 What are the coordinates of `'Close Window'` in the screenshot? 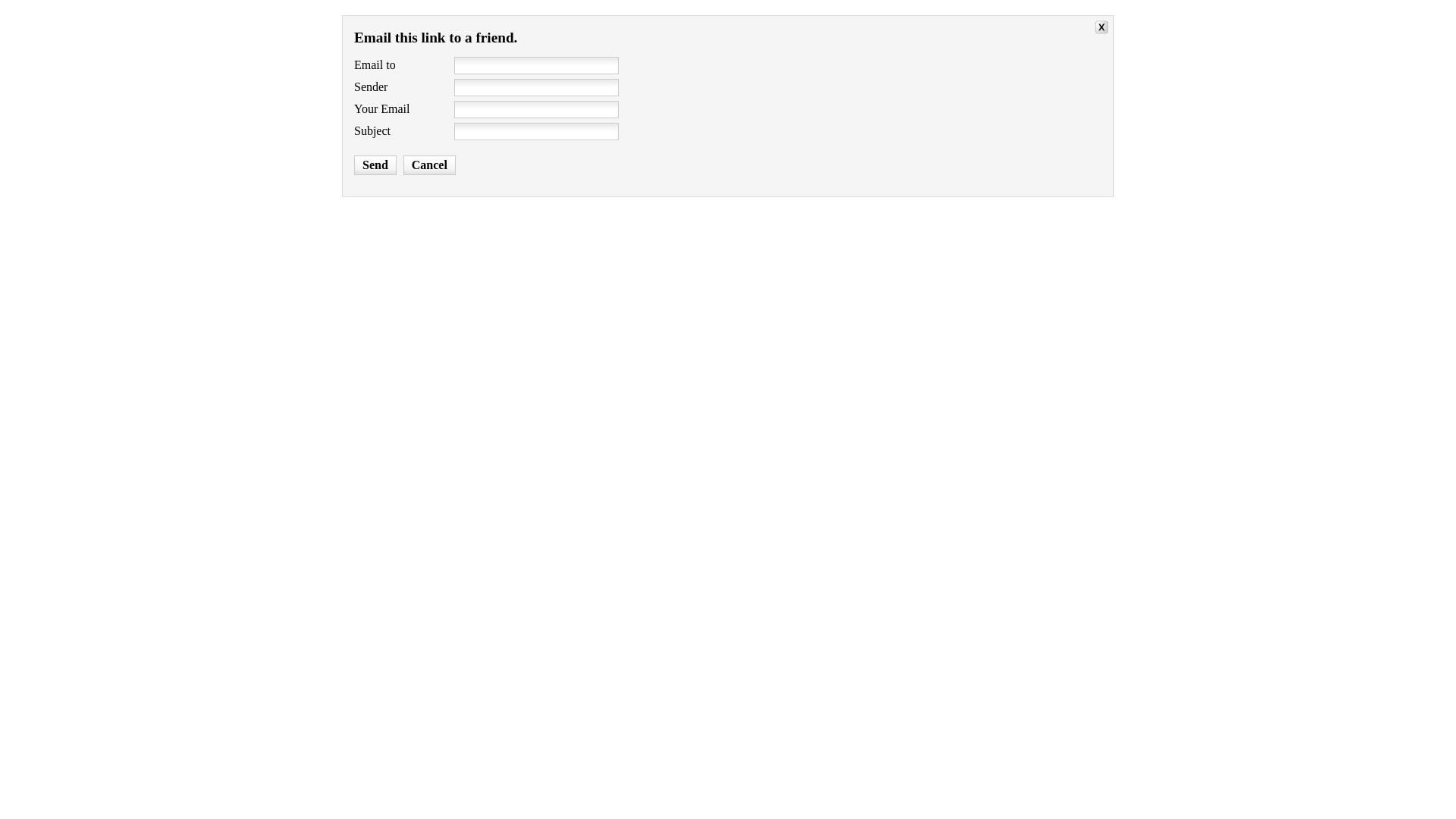 It's located at (1094, 29).